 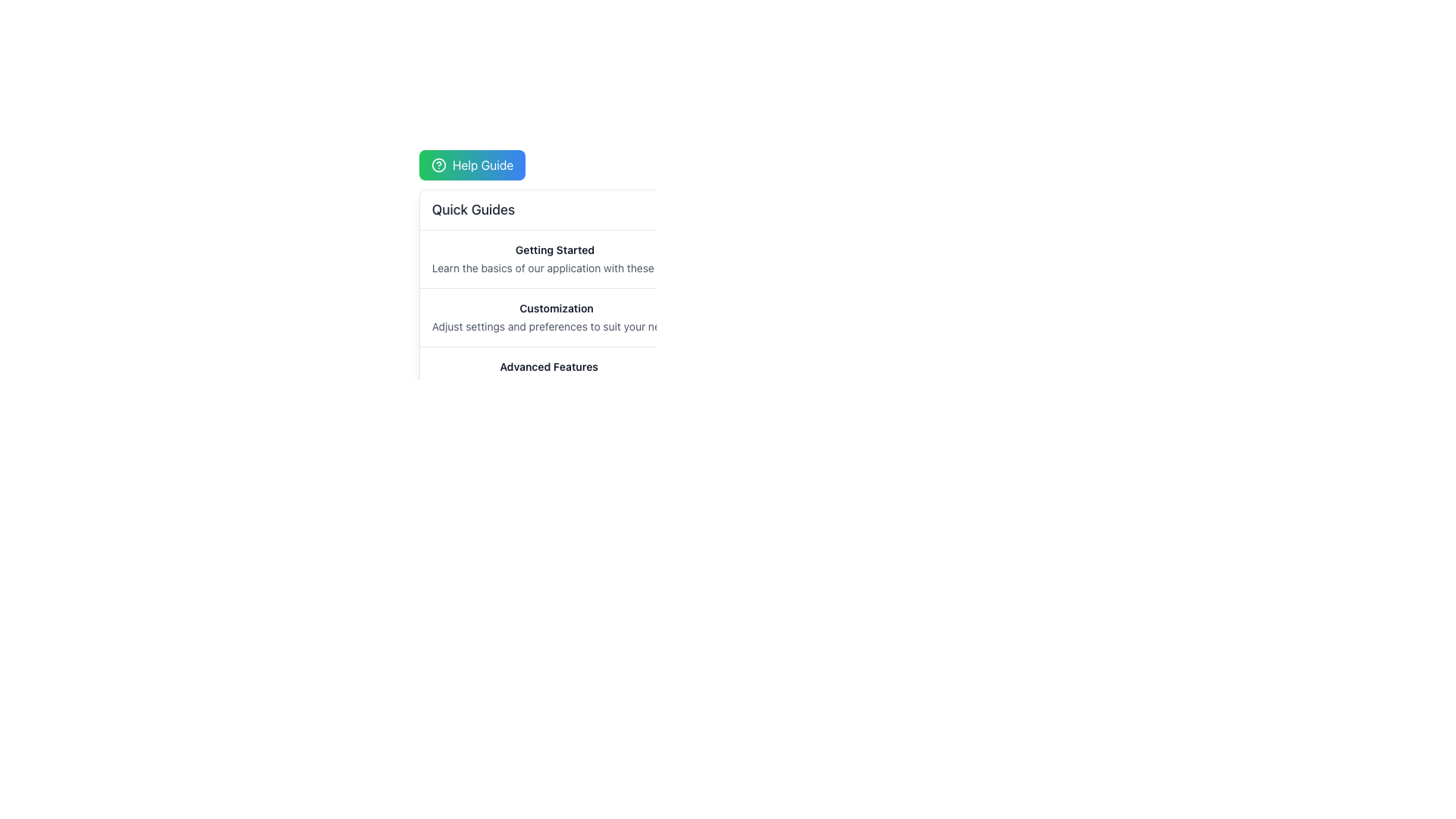 What do you see at coordinates (554, 259) in the screenshot?
I see `text displayed in the introduction of the 'Getting Started' guide, which is the first quick guide item positioned centrally between the title 'Quick Guides' above and 'Customization' below` at bounding box center [554, 259].